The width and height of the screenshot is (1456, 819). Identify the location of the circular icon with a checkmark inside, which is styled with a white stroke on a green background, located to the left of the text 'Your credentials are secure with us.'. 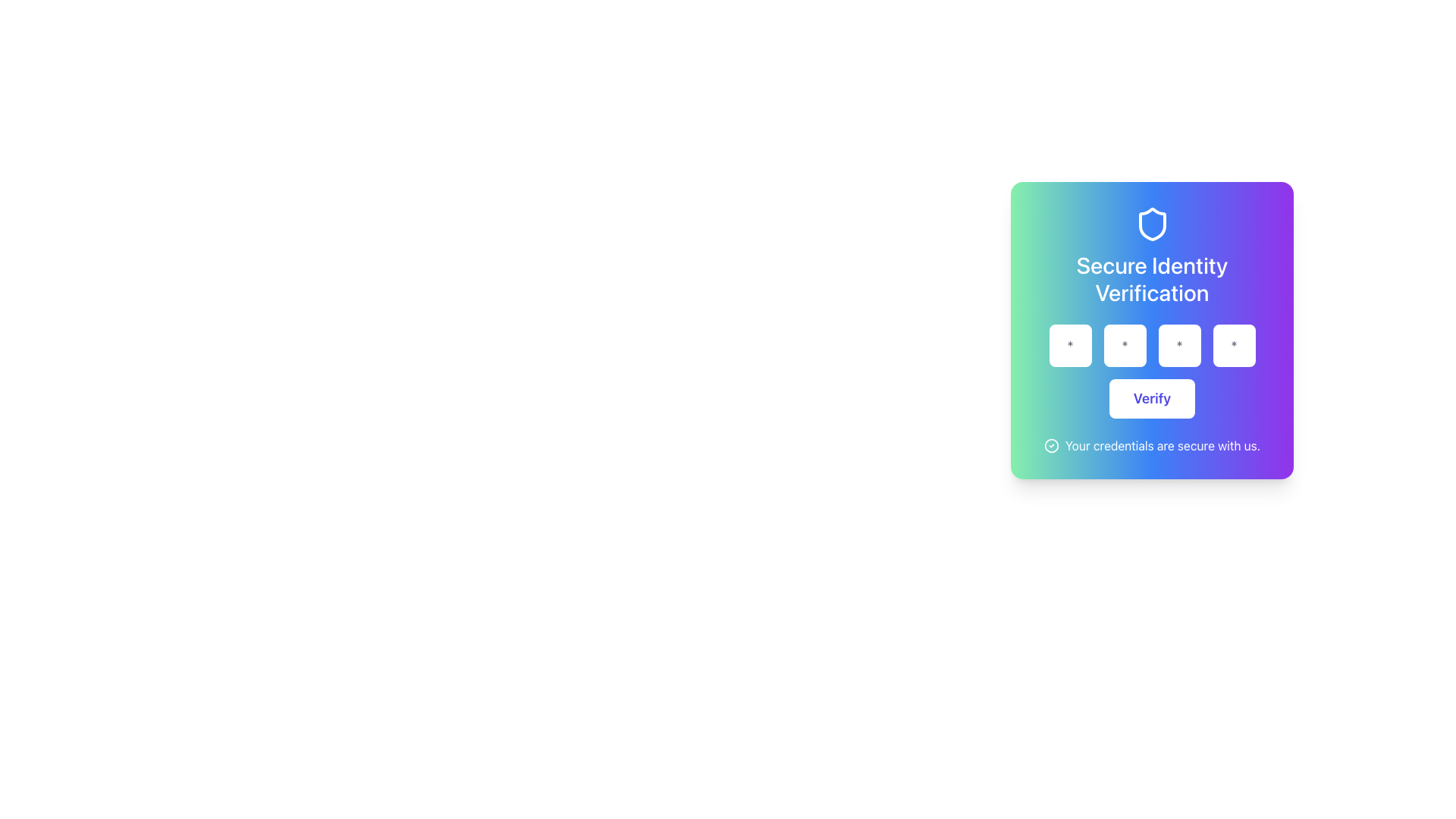
(1050, 444).